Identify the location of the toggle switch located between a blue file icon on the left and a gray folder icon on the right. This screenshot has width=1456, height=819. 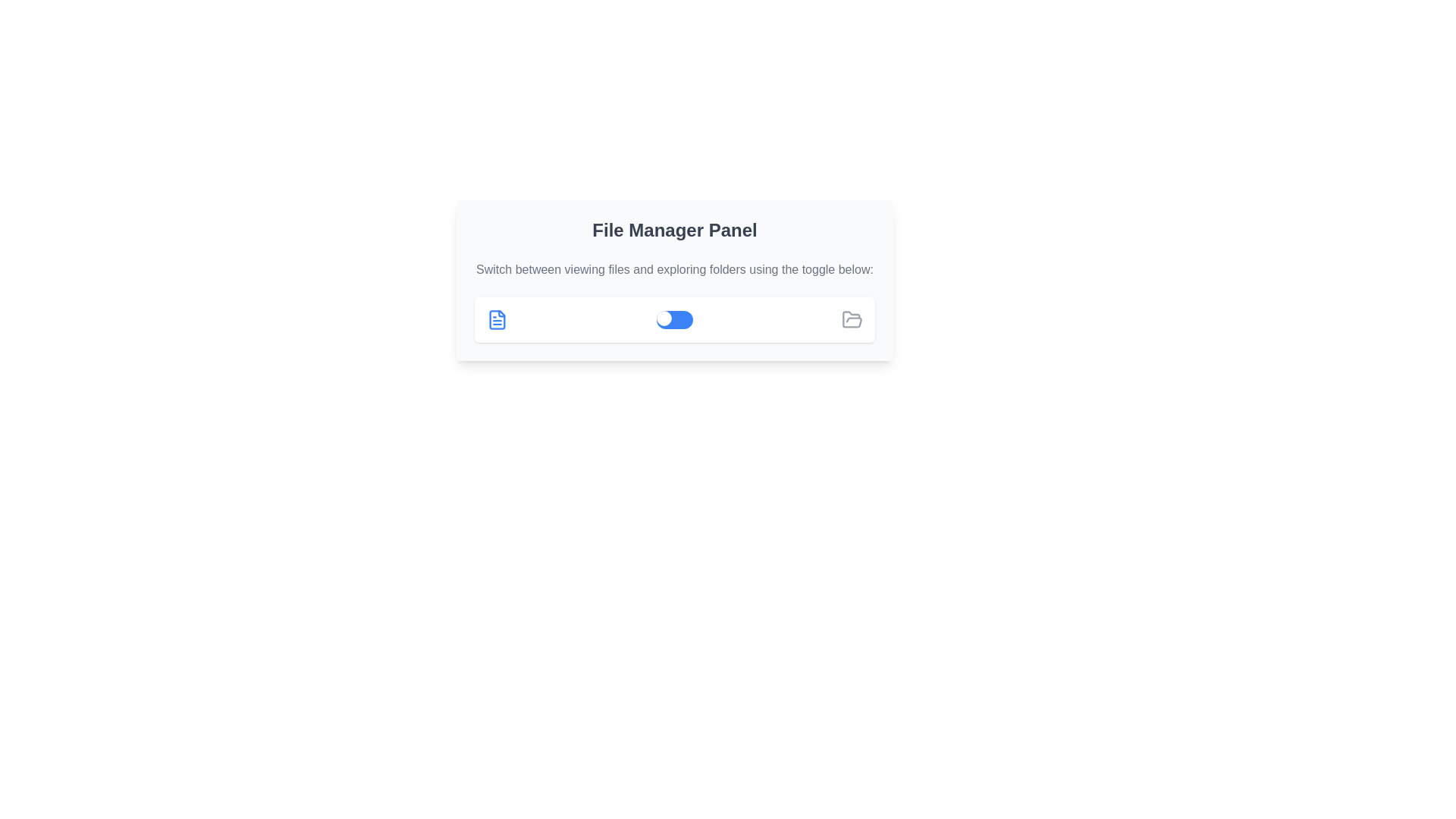
(673, 318).